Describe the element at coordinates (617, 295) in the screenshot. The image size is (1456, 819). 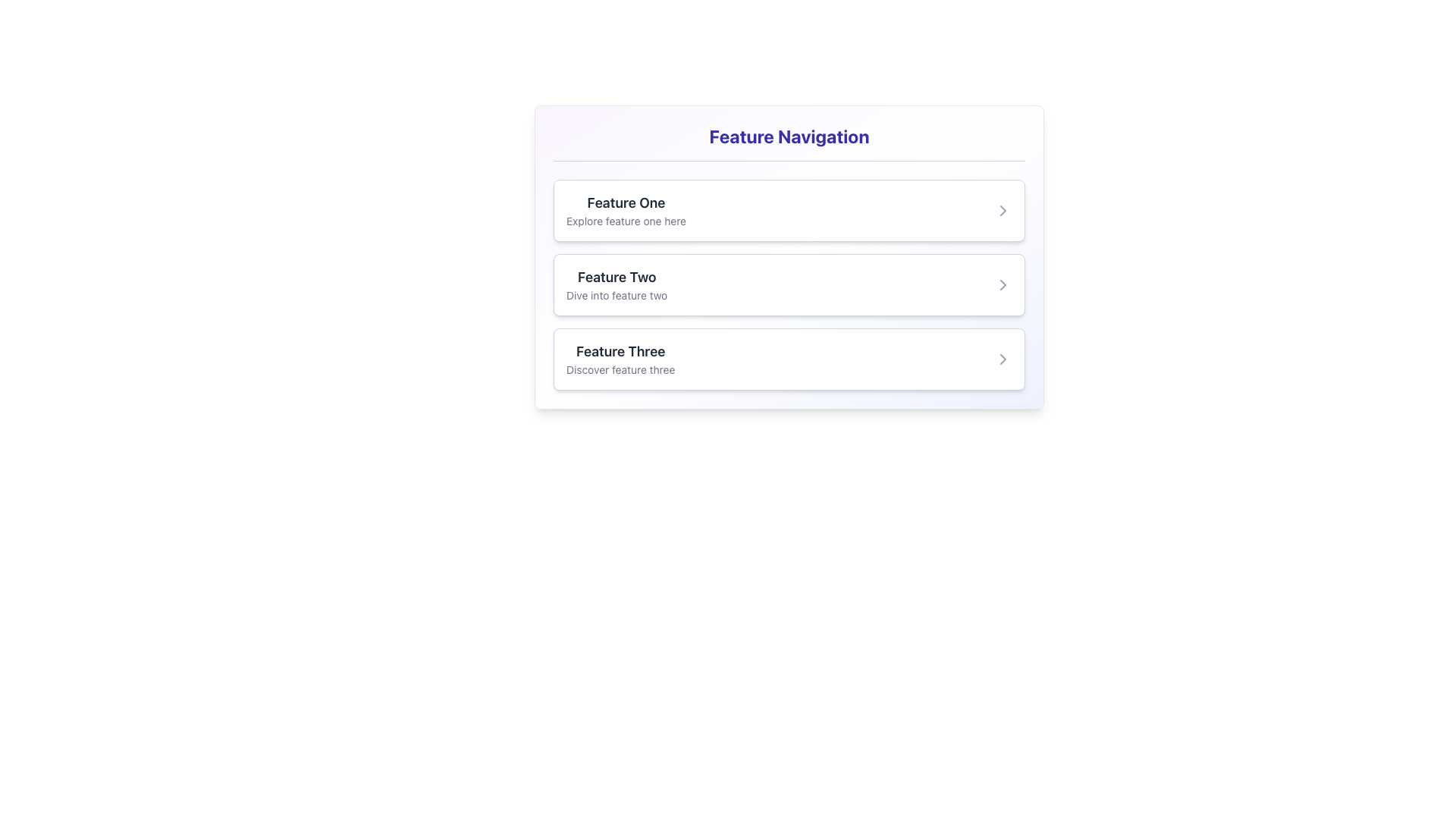
I see `the descriptive subtitle text label located beneath the 'Feature Two' title and above the horizontal line divider` at that location.